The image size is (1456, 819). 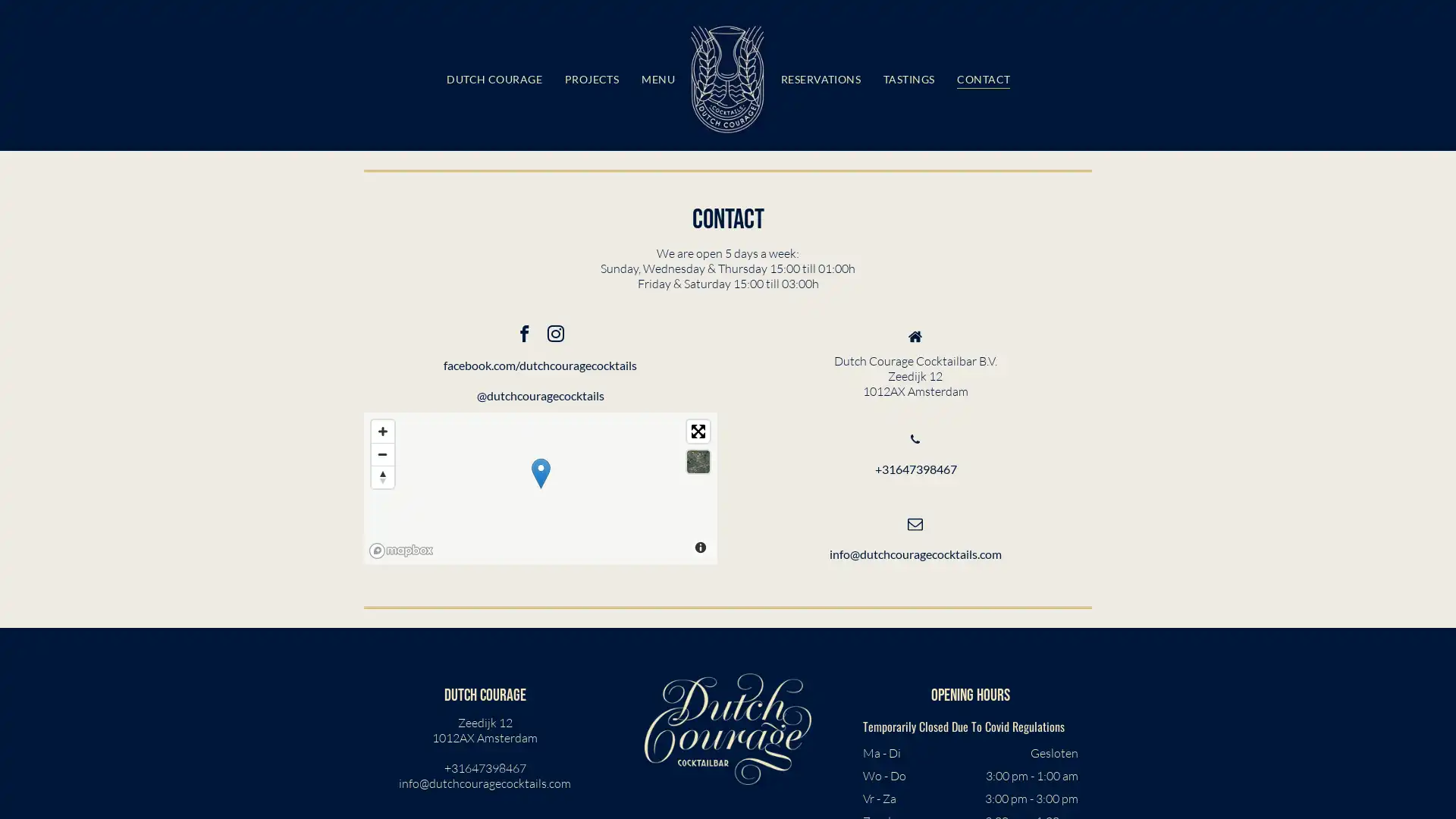 I want to click on Reset bearing to north, so click(x=382, y=475).